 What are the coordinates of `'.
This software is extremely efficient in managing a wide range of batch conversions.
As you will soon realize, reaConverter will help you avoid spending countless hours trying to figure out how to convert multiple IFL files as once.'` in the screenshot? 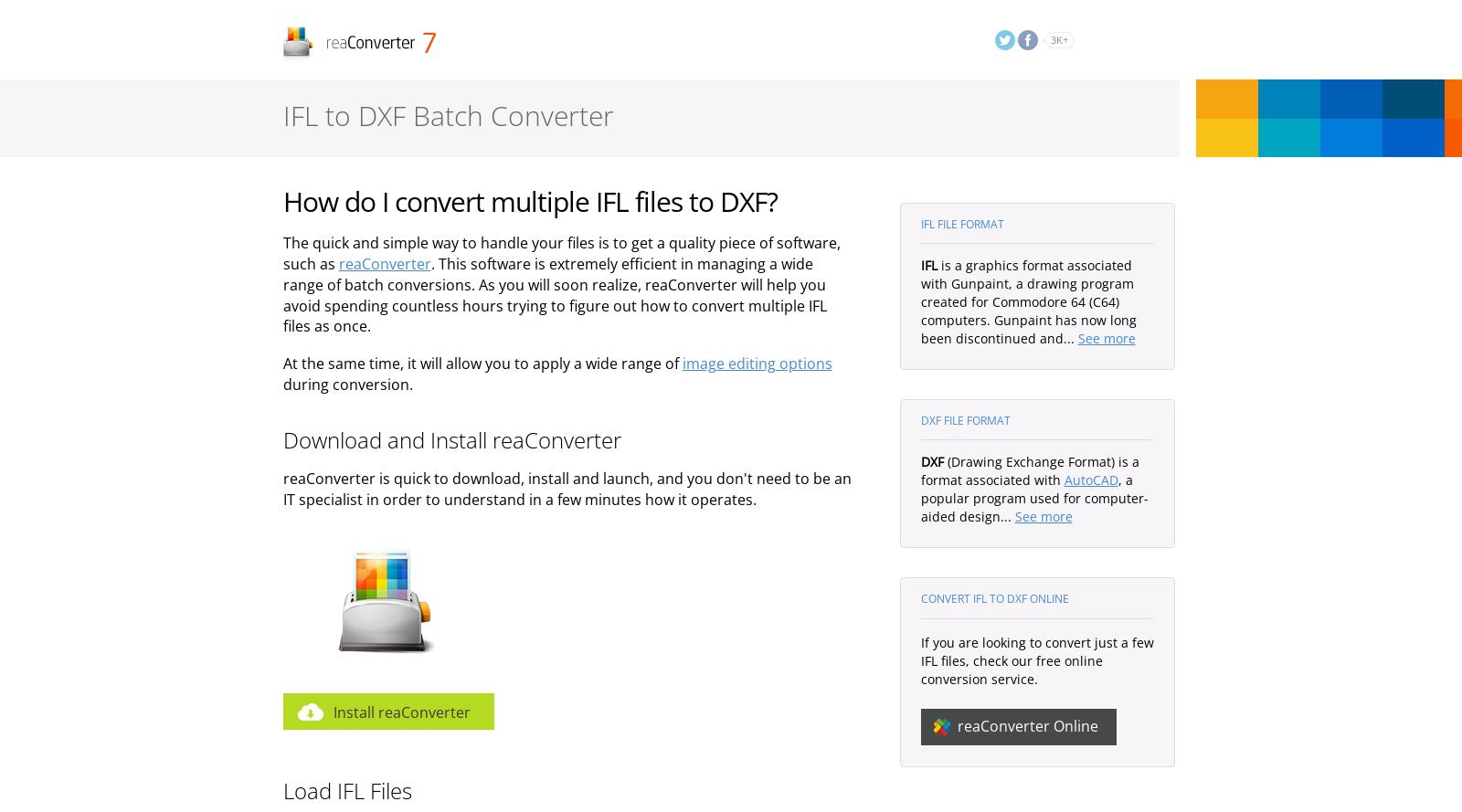 It's located at (554, 293).